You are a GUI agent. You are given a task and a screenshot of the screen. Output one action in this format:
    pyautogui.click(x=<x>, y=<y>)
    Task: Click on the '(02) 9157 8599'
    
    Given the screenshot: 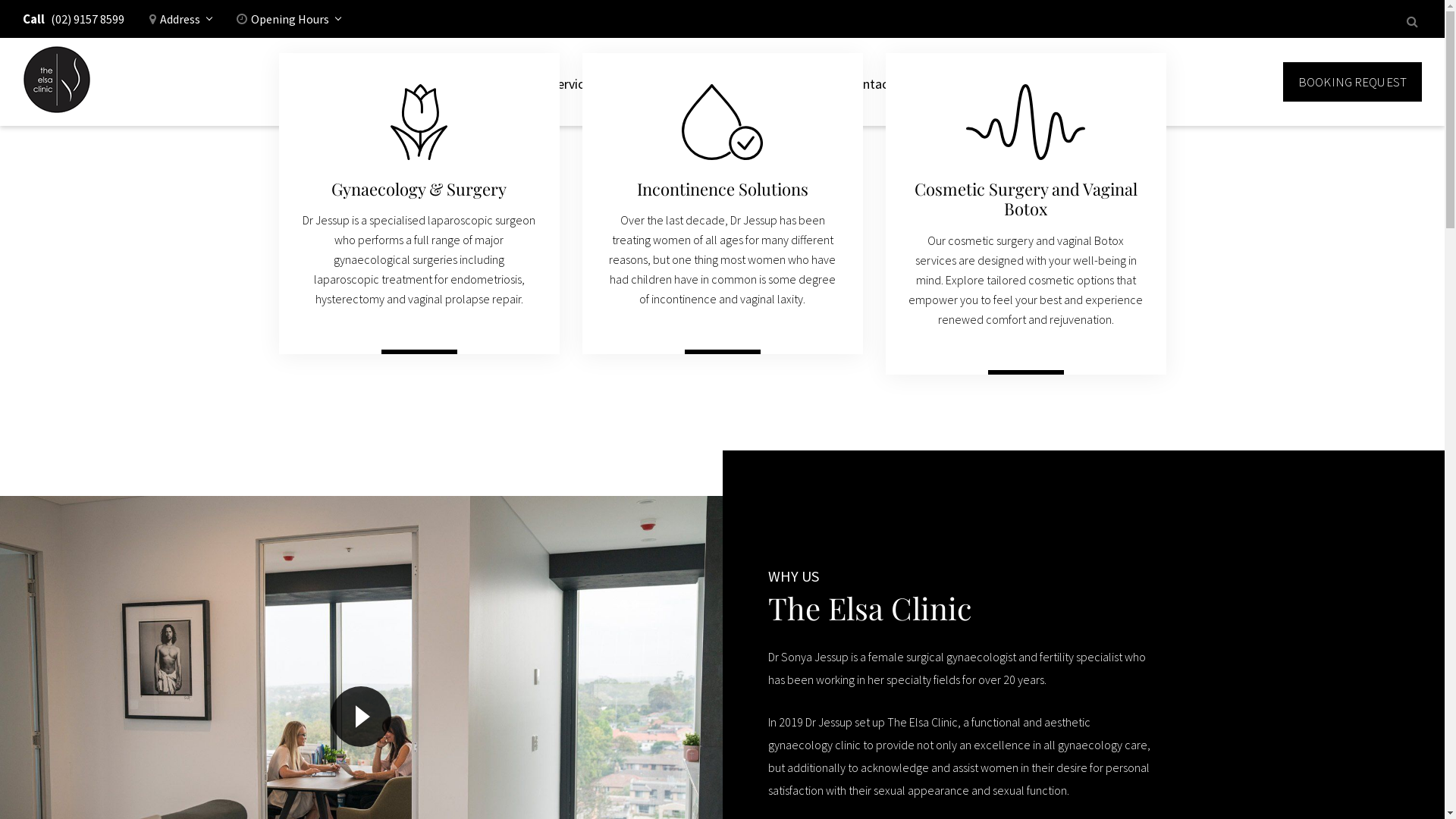 What is the action you would take?
    pyautogui.click(x=86, y=23)
    